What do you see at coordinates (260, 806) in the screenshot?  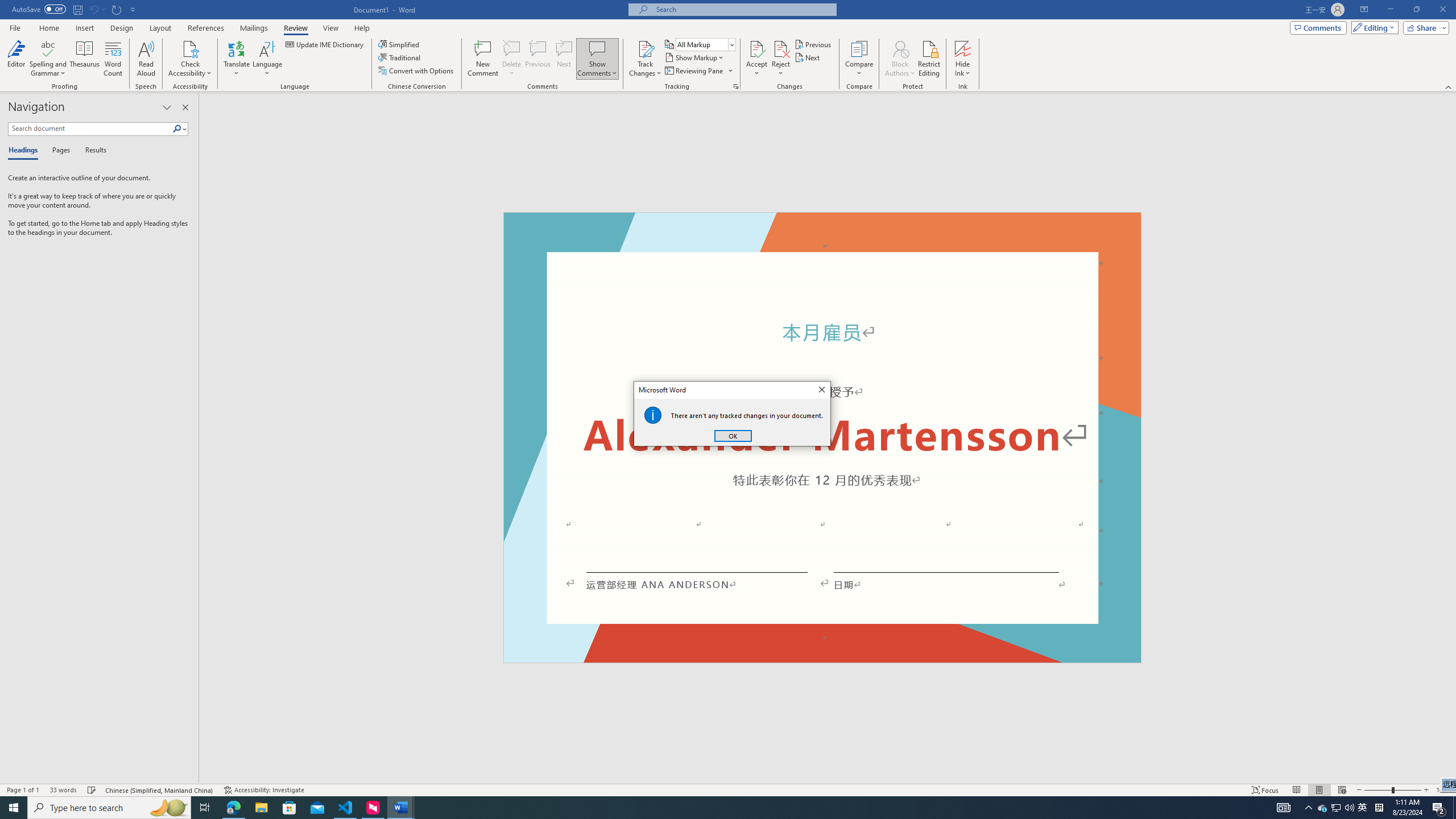 I see `'File Explorer'` at bounding box center [260, 806].